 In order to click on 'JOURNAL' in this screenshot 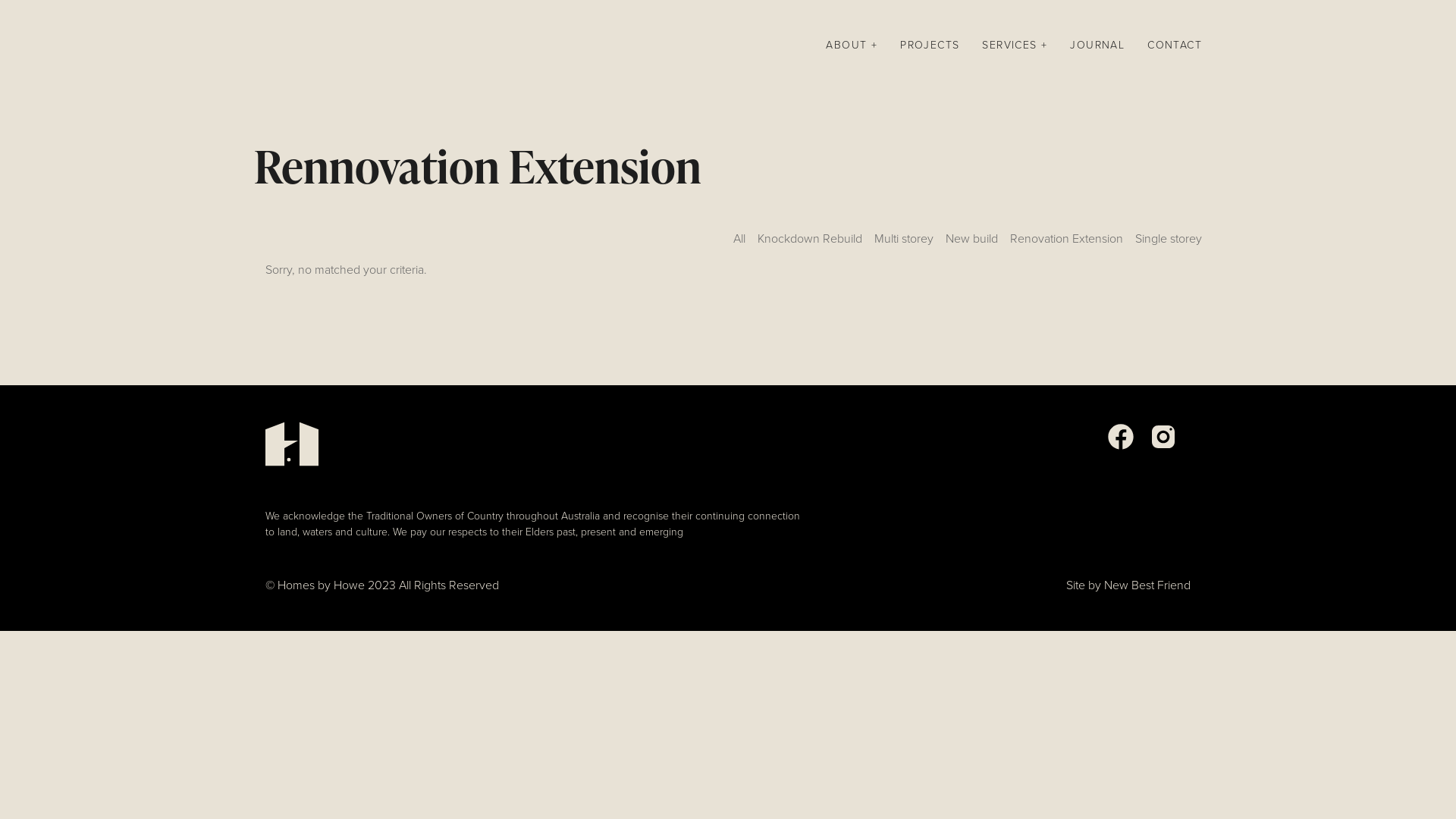, I will do `click(1069, 45)`.